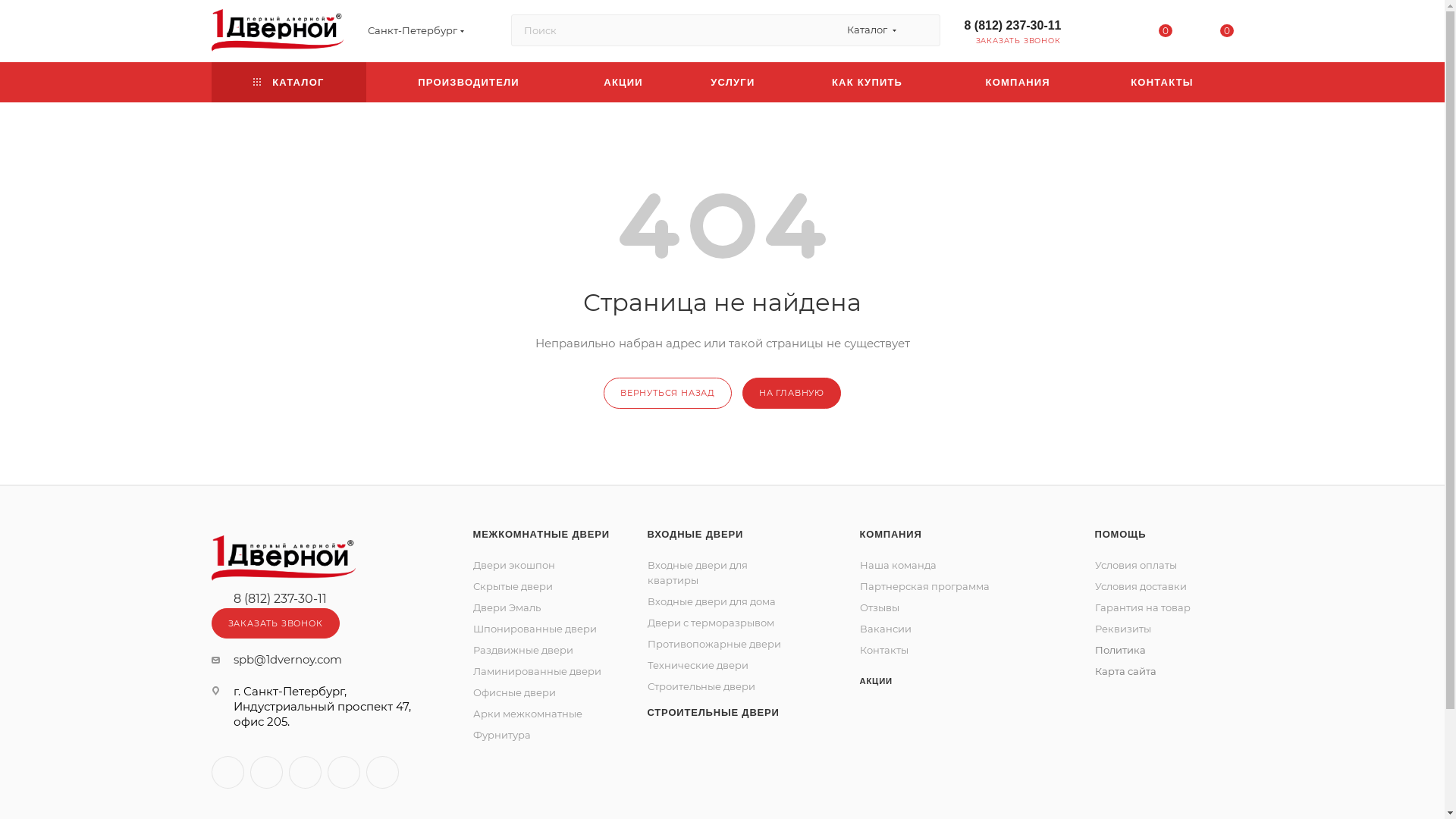 The width and height of the screenshot is (1456, 819). Describe the element at coordinates (287, 659) in the screenshot. I see `'spb@1dvernoy.com'` at that location.